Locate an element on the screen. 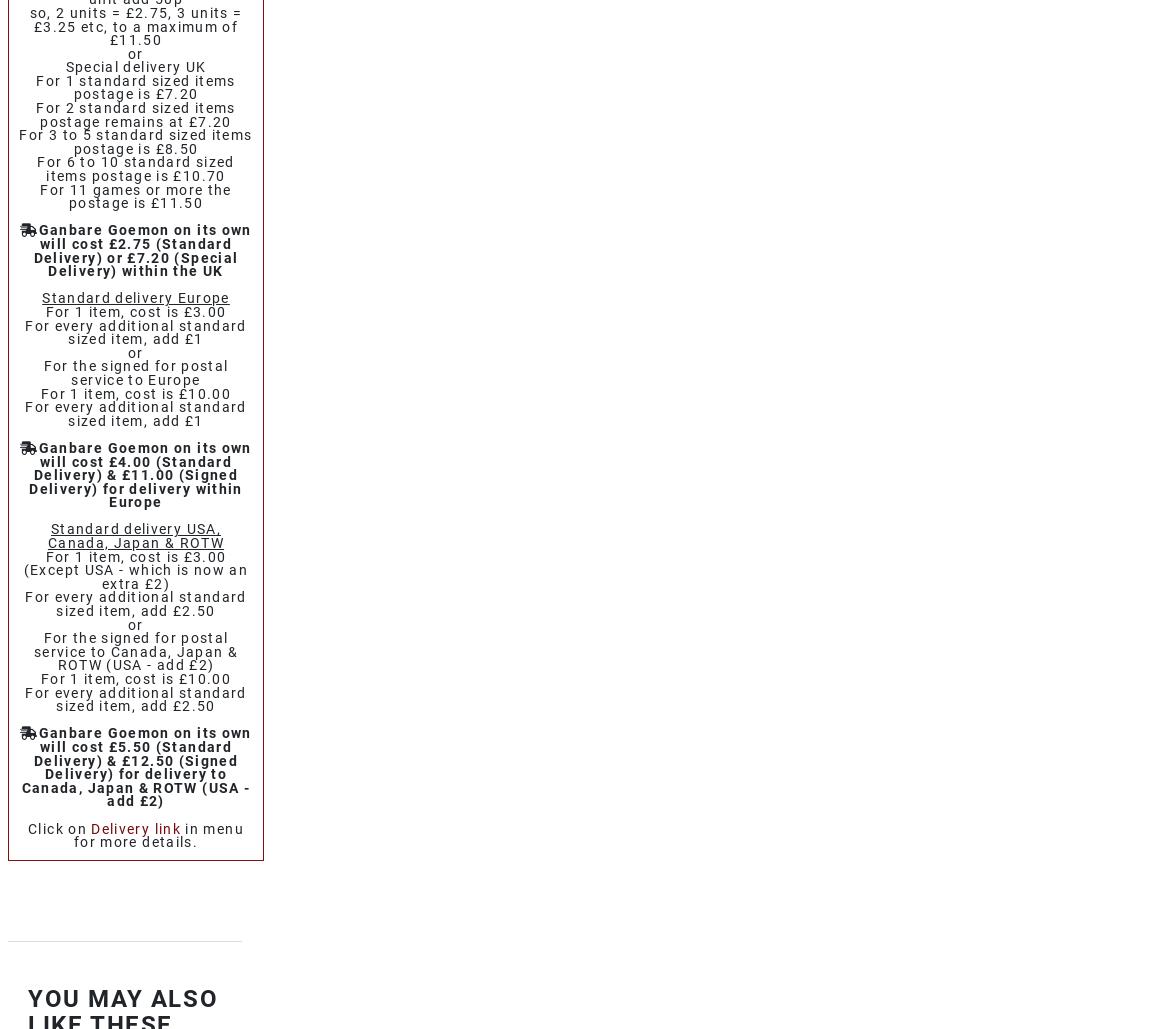 This screenshot has width=1176, height=1029. 'Merchandise' is located at coordinates (109, 525).